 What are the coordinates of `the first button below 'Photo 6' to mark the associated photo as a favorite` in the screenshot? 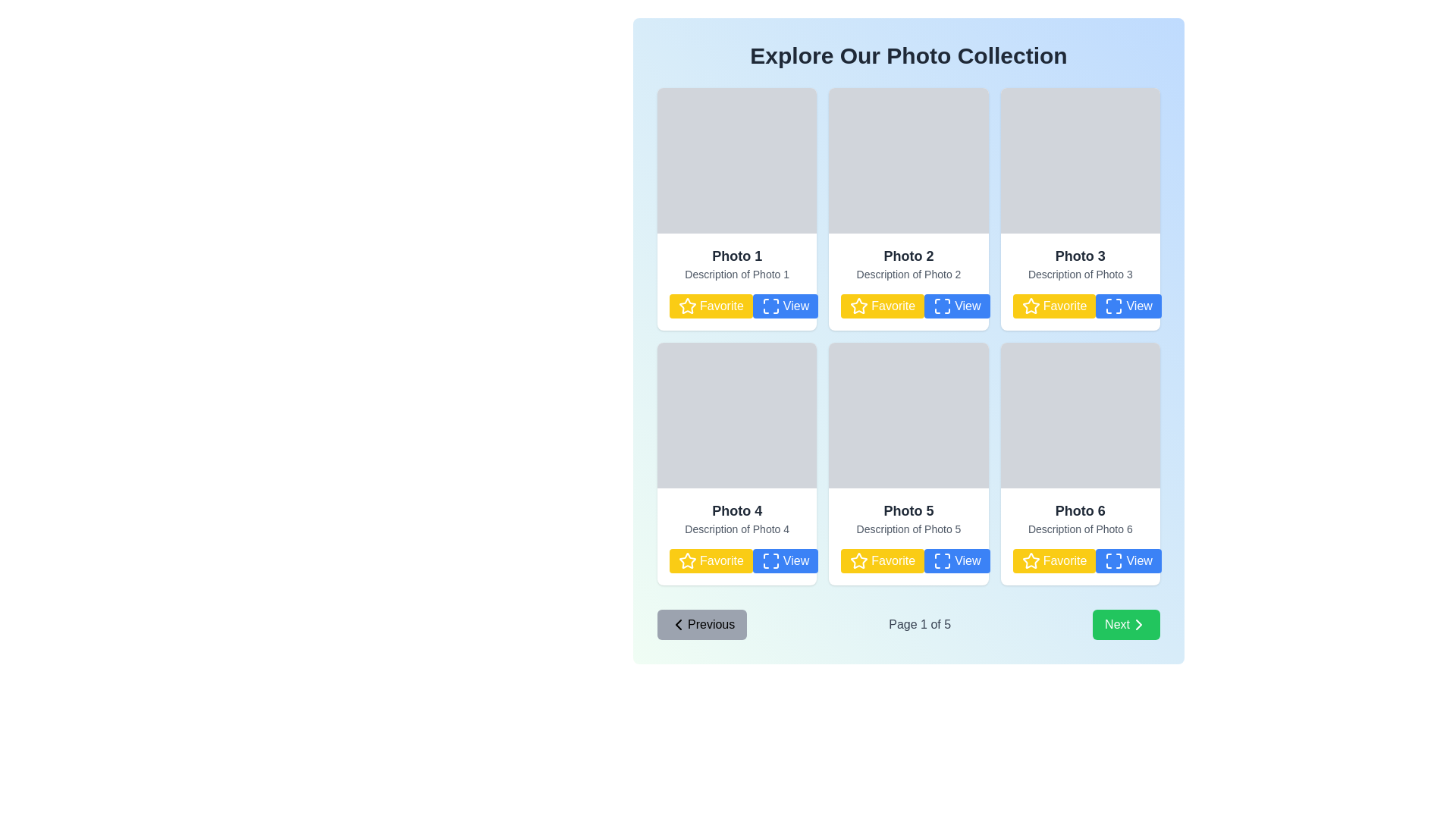 It's located at (1079, 561).